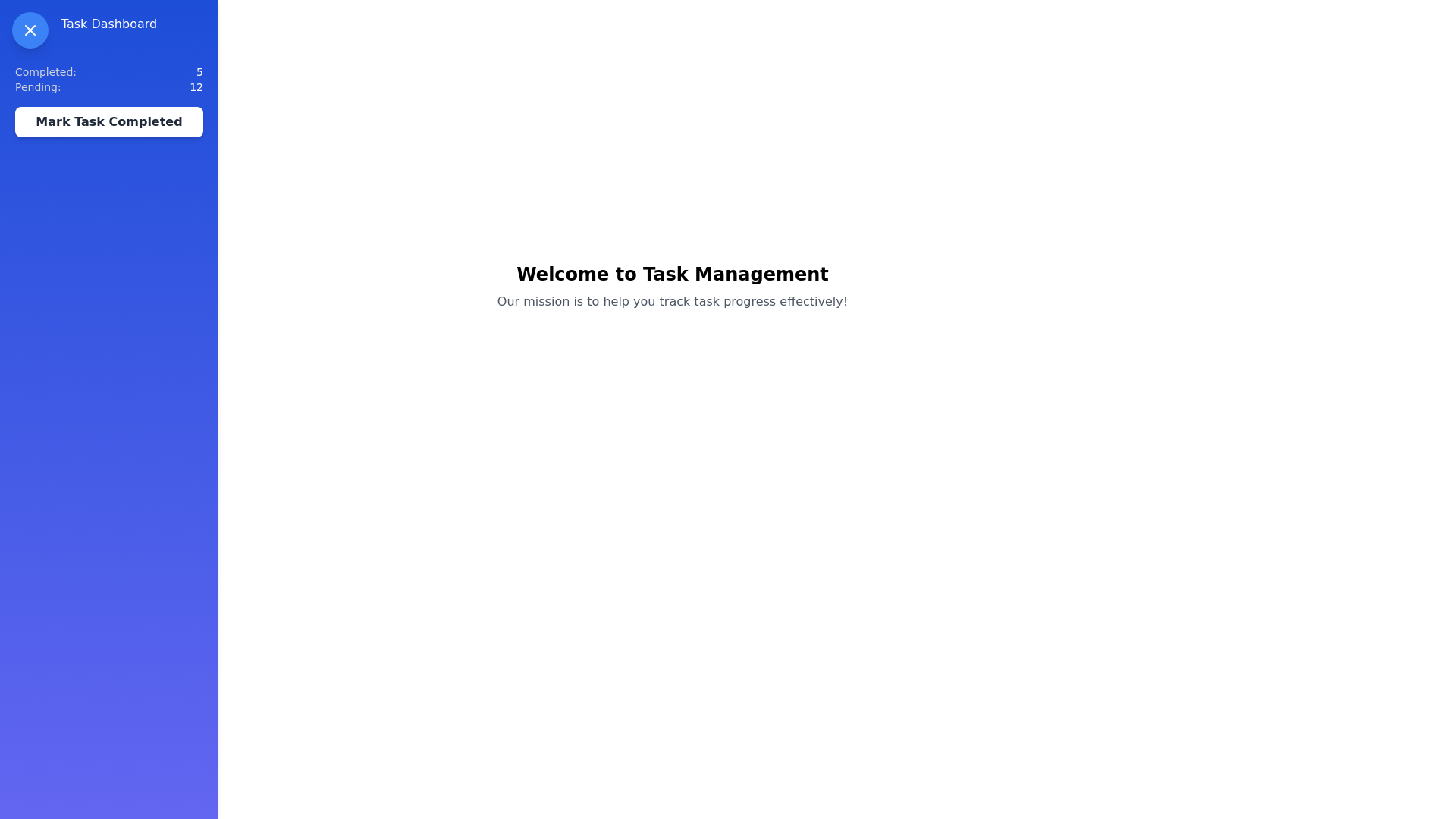 This screenshot has width=1456, height=819. Describe the element at coordinates (30, 30) in the screenshot. I see `the toggle button located at the top-left corner of the interface to toggle the visibility of the Task Management Drawer` at that location.